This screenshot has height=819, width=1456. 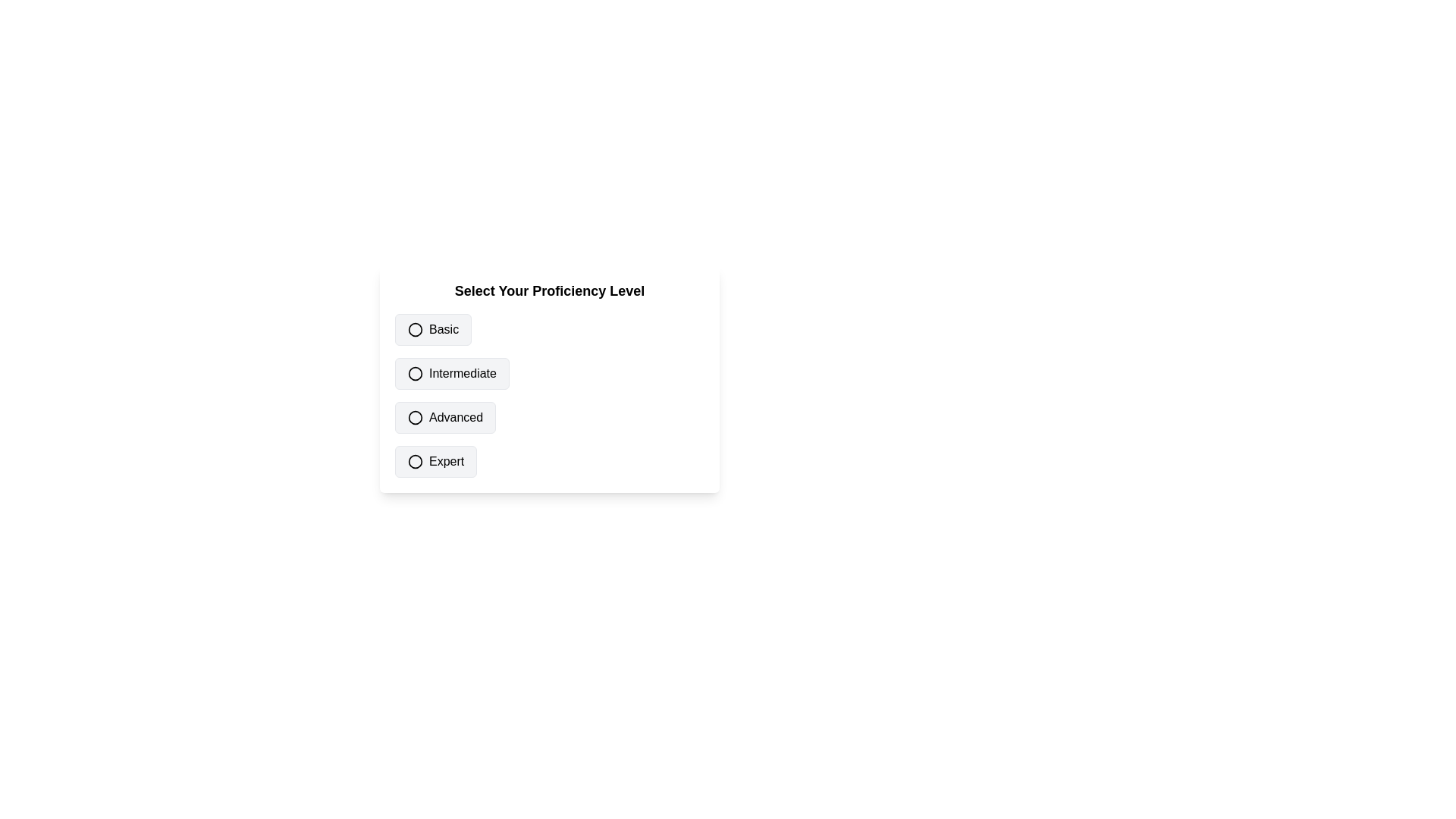 What do you see at coordinates (446, 461) in the screenshot?
I see `the text label displaying 'Expert' in the selectable option group for proficiency level` at bounding box center [446, 461].